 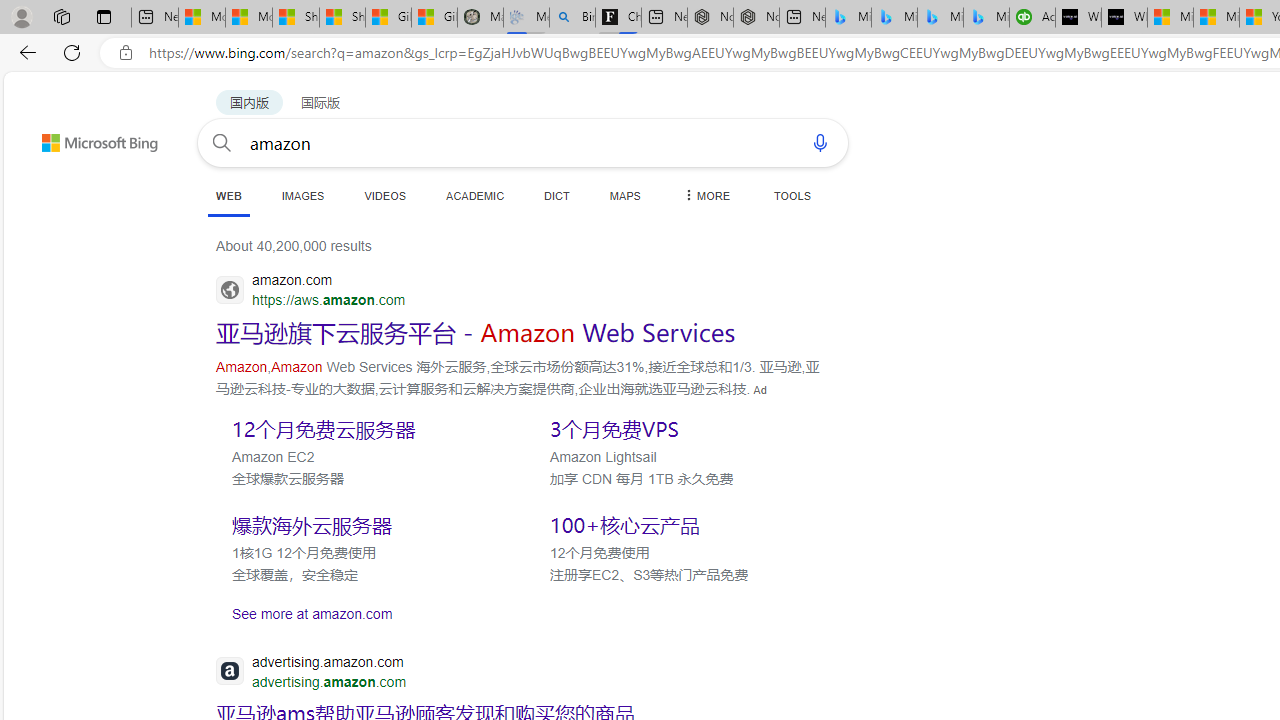 I want to click on 'Chloe Sorvino', so click(x=617, y=17).